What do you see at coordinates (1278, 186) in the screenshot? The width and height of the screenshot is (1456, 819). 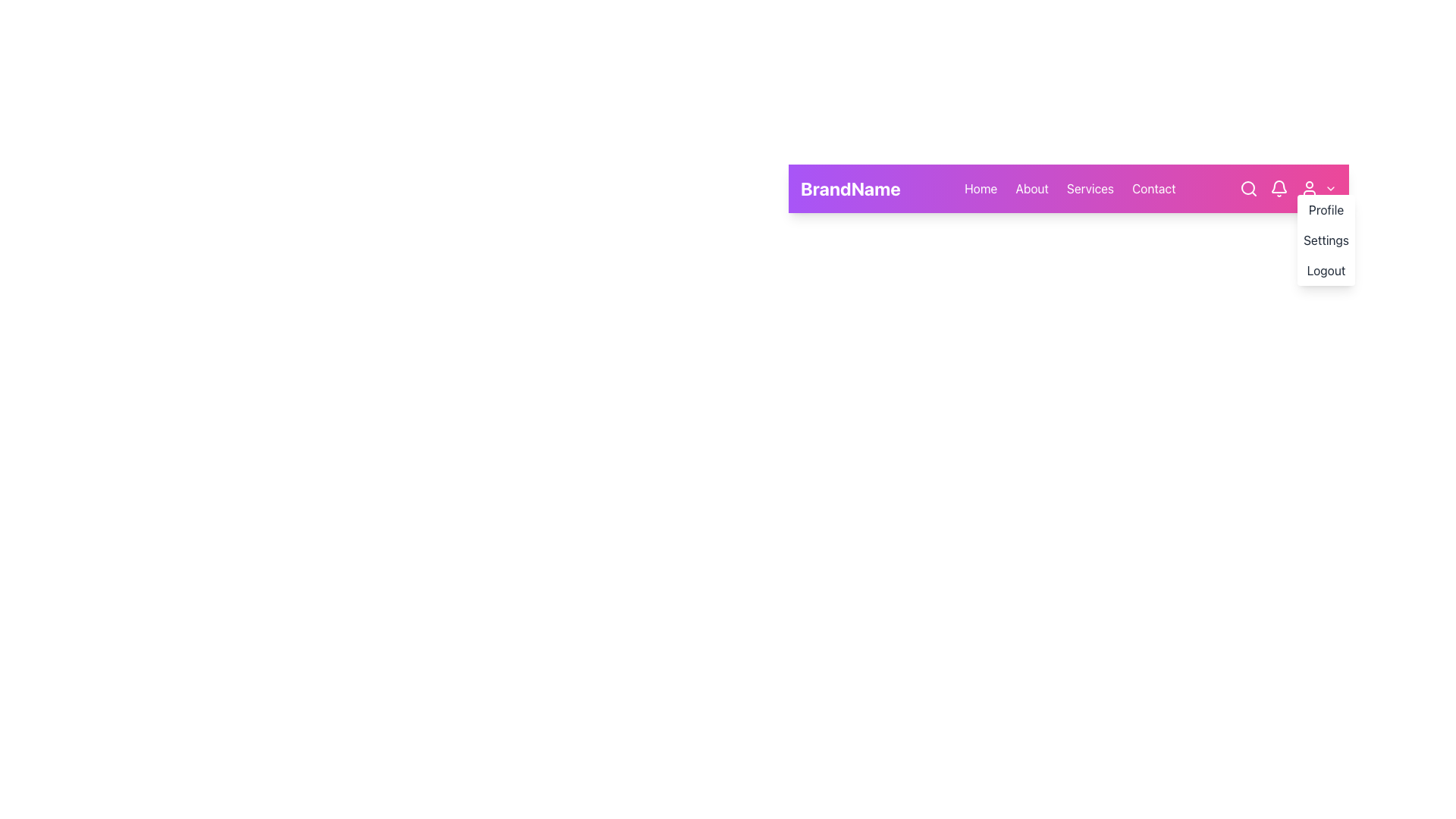 I see `the bell icon in the top-right corner of the navigation bar, which serves as a notification indicator for new messages and updates` at bounding box center [1278, 186].